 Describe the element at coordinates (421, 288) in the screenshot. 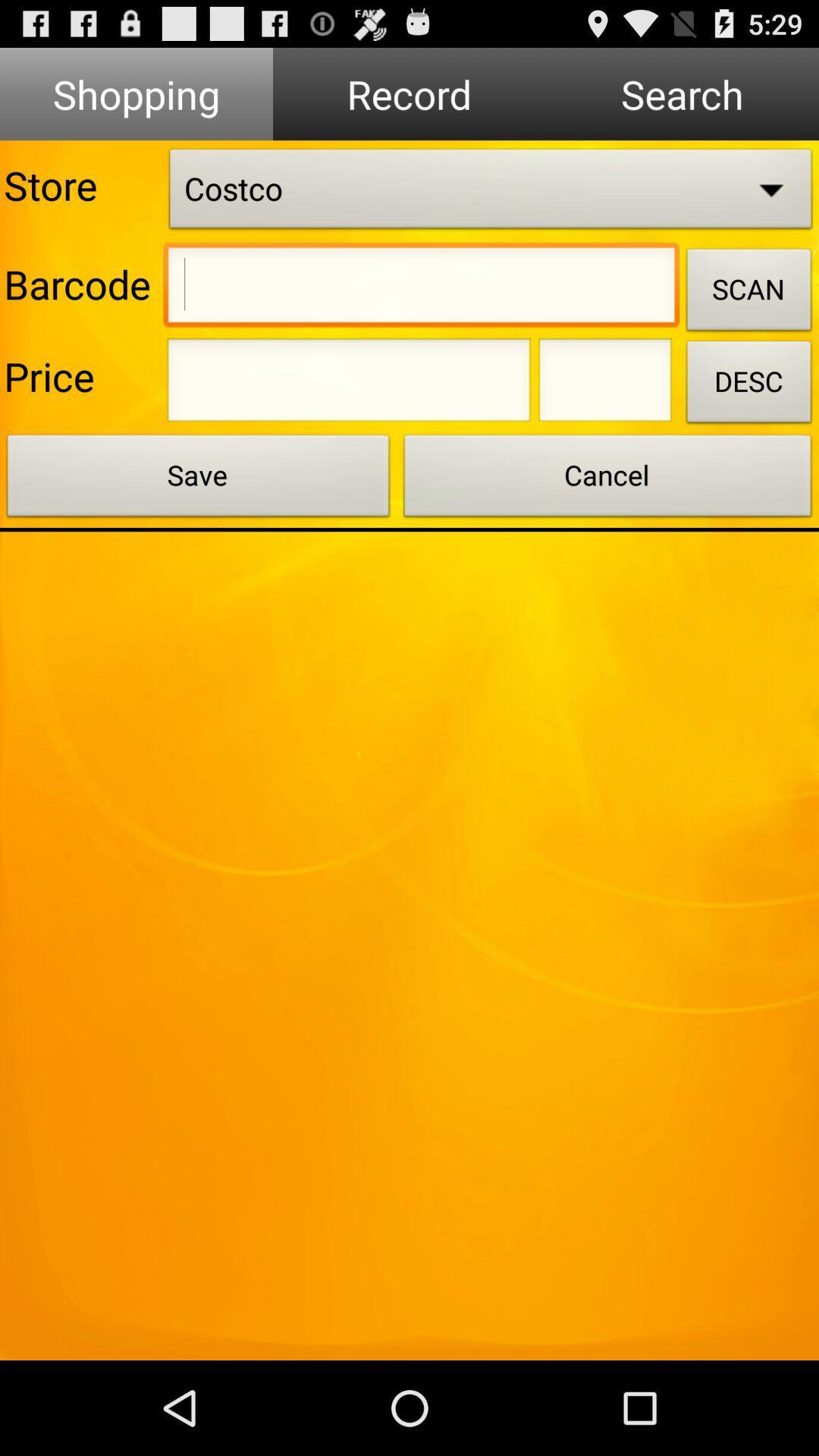

I see `press empty space next to barcode` at that location.